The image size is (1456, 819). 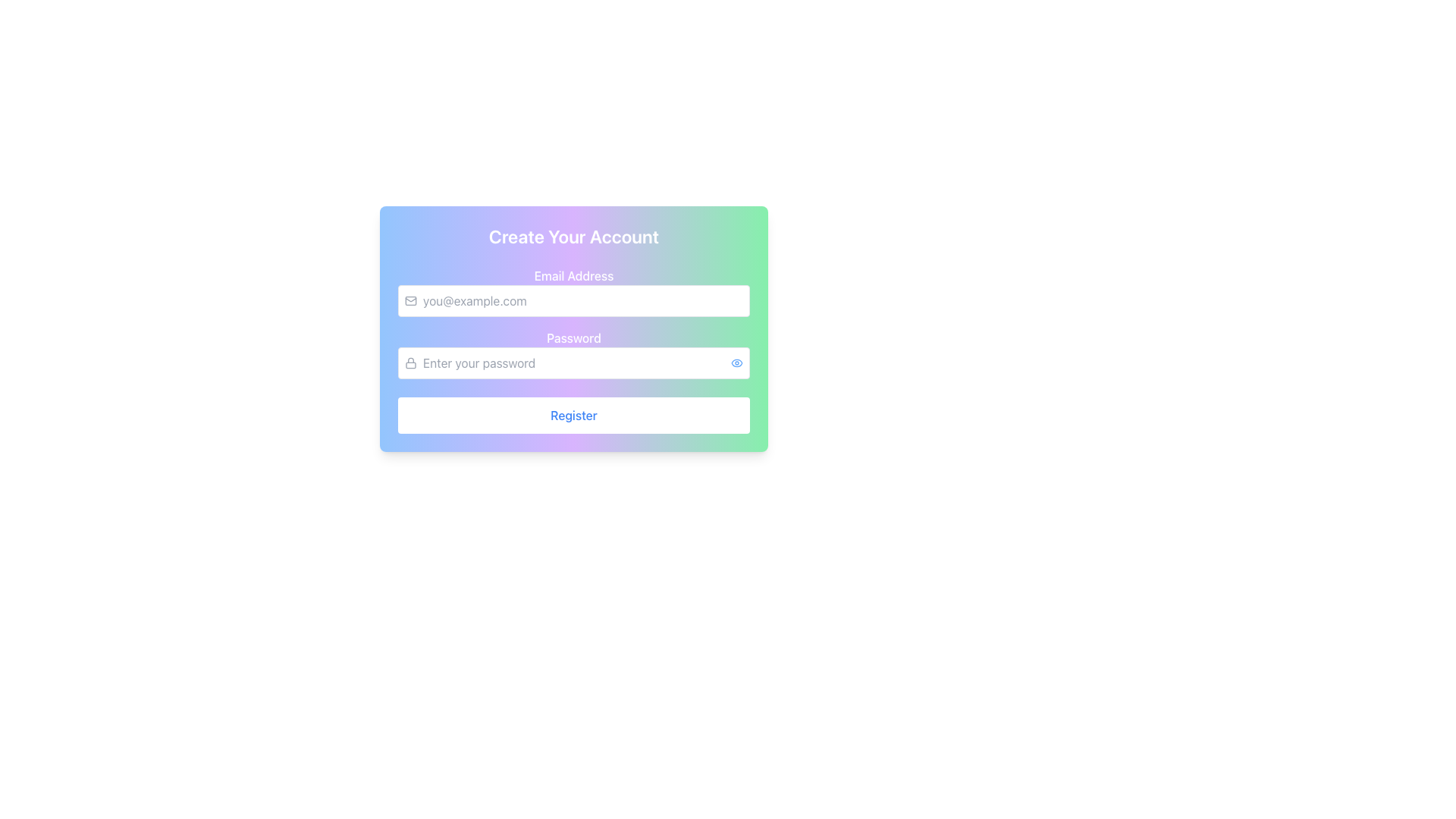 What do you see at coordinates (411, 301) in the screenshot?
I see `the email address input field icon located to the left of the email input, which visually indicates that the associated field is for entering an email address` at bounding box center [411, 301].